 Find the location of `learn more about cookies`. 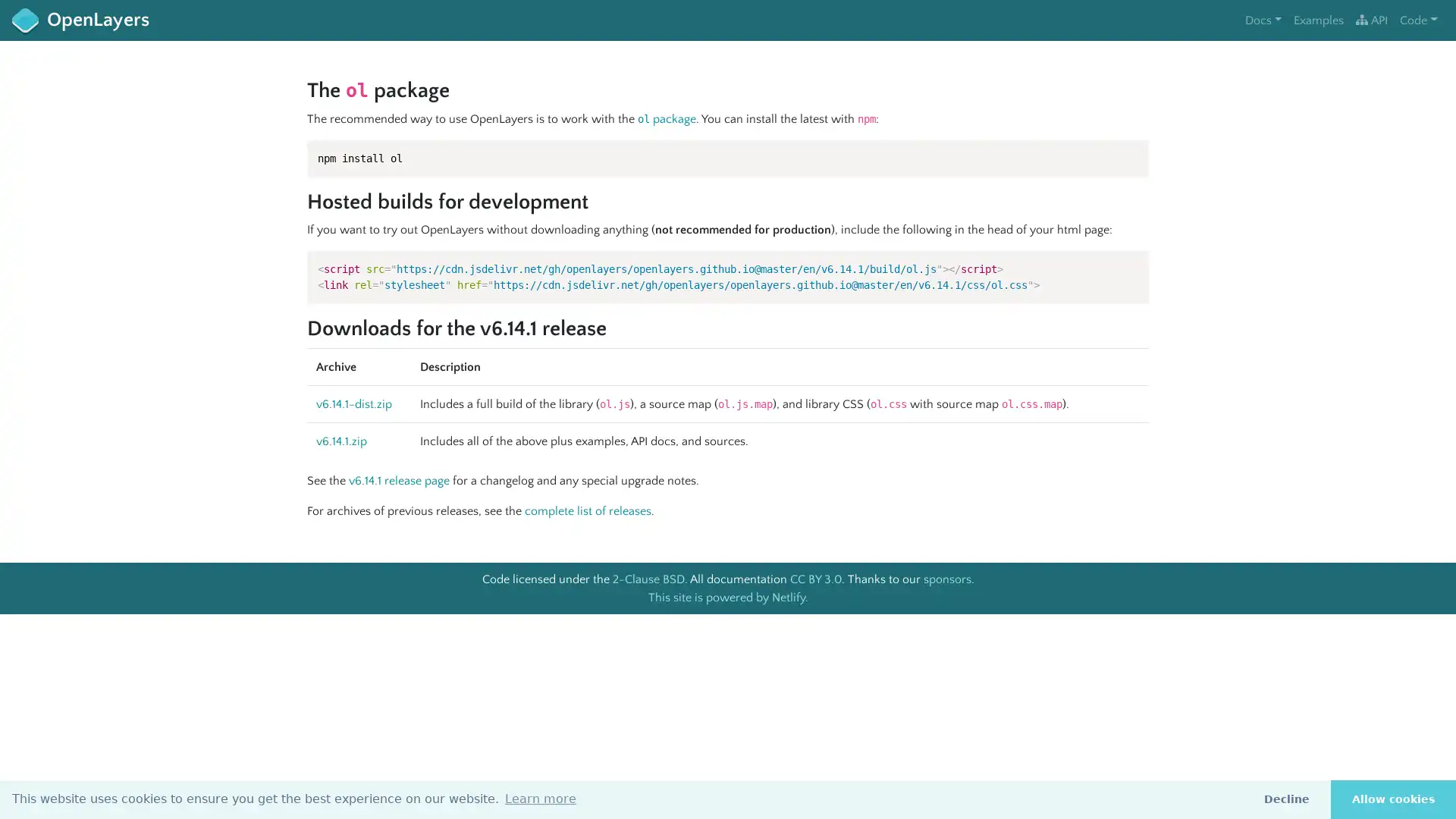

learn more about cookies is located at coordinates (541, 798).